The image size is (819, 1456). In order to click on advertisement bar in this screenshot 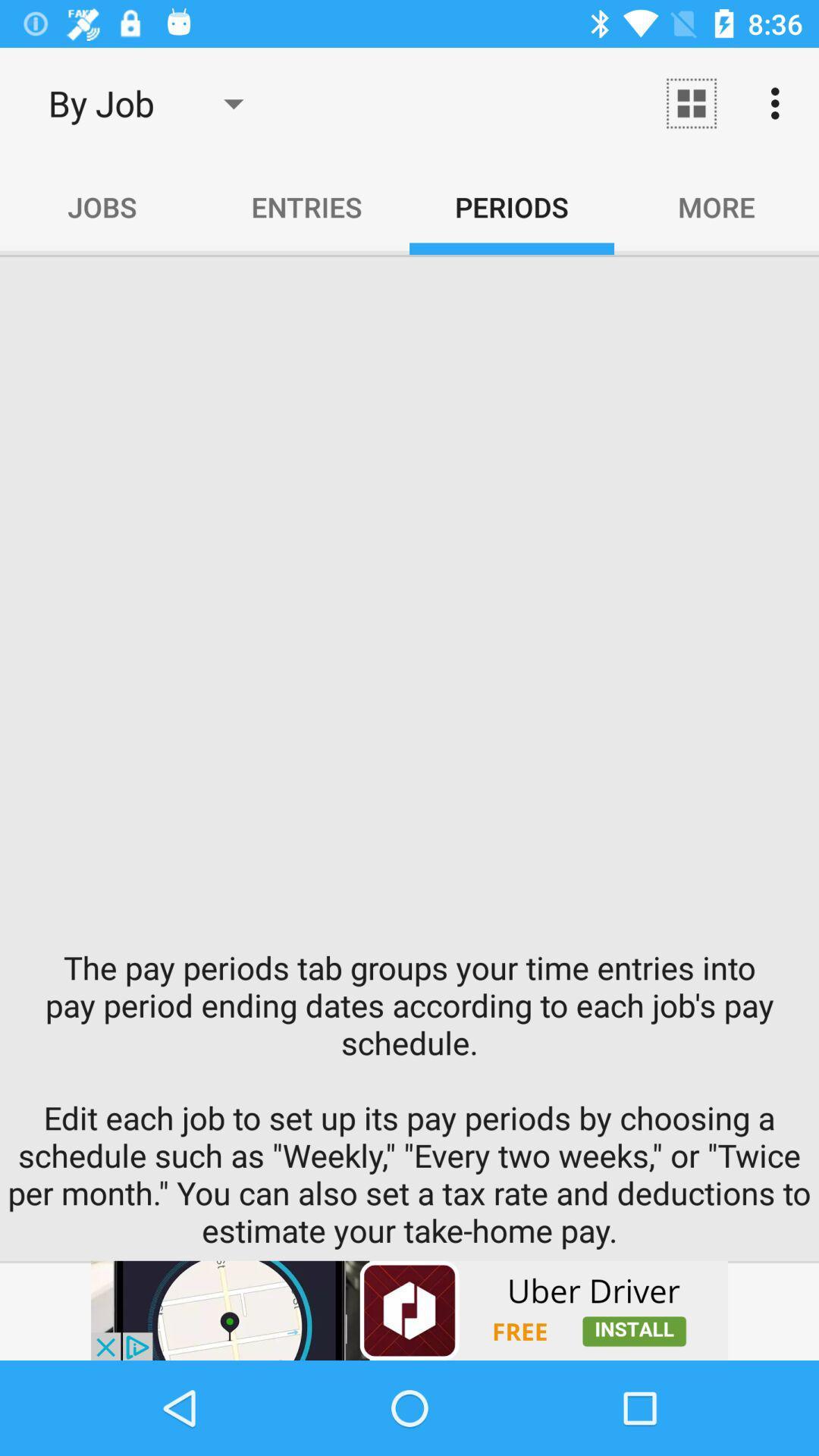, I will do `click(409, 1310)`.